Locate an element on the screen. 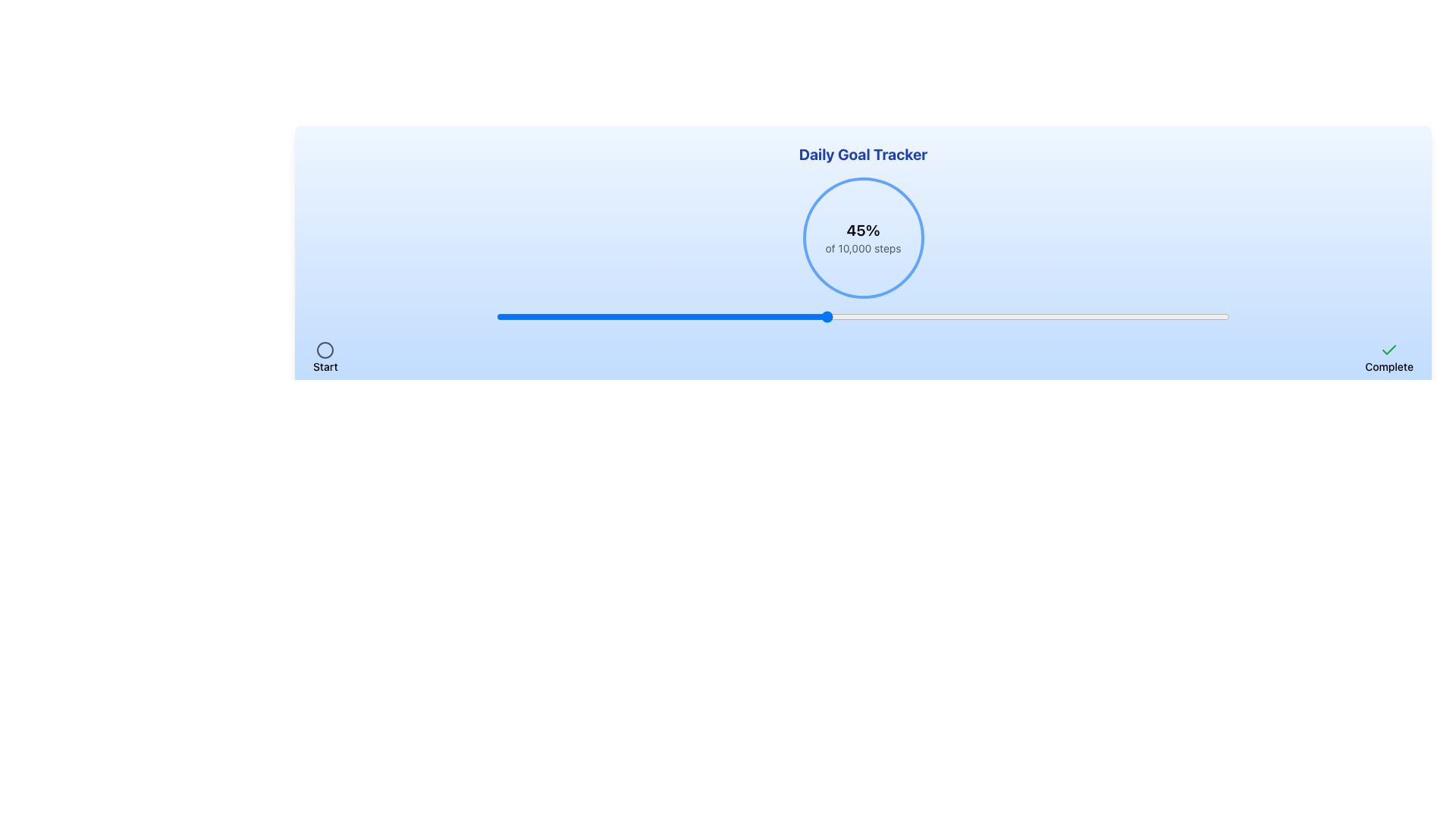 This screenshot has height=819, width=1456. the slider value is located at coordinates (826, 315).